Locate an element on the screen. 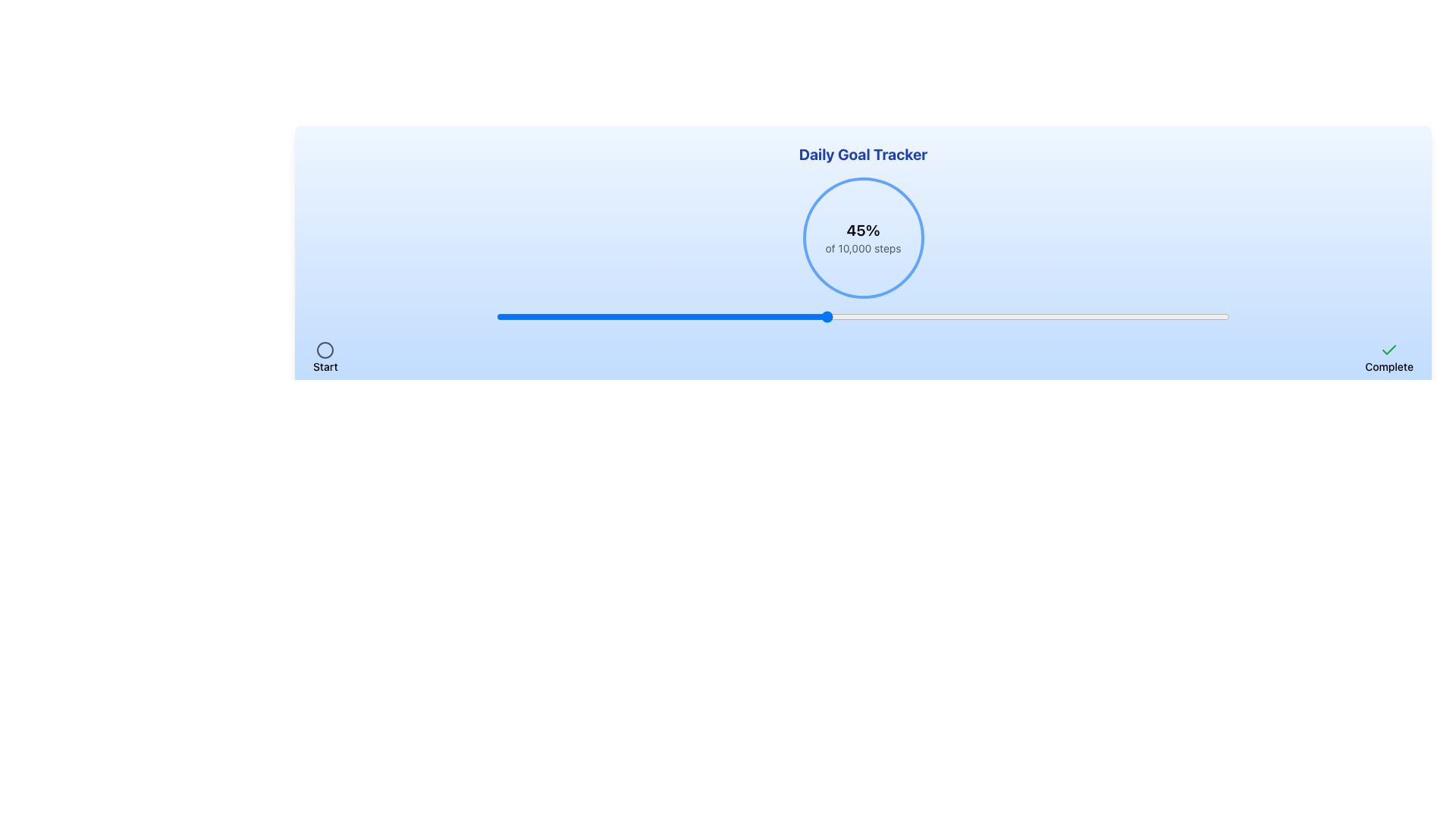 This screenshot has height=819, width=1456. the slider value is located at coordinates (826, 315).